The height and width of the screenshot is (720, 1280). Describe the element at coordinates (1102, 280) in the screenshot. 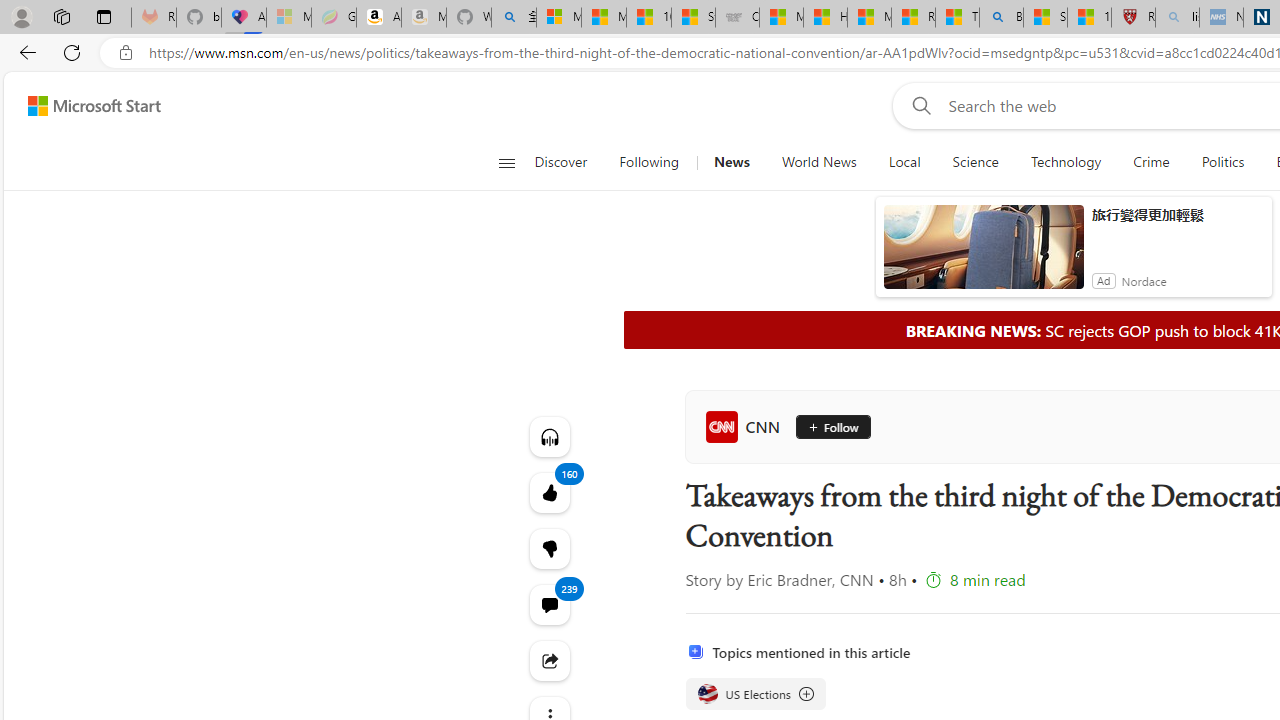

I see `'Ad'` at that location.